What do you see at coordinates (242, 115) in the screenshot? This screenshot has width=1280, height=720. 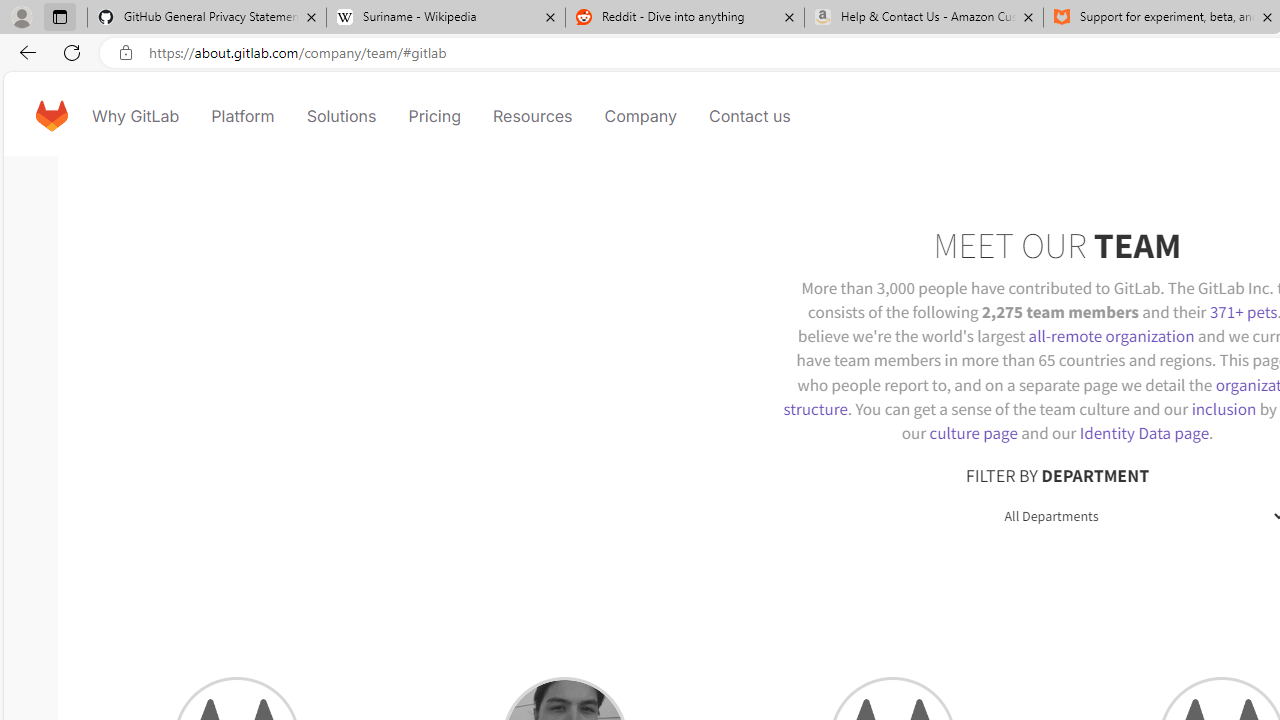 I see `'Platform'` at bounding box center [242, 115].